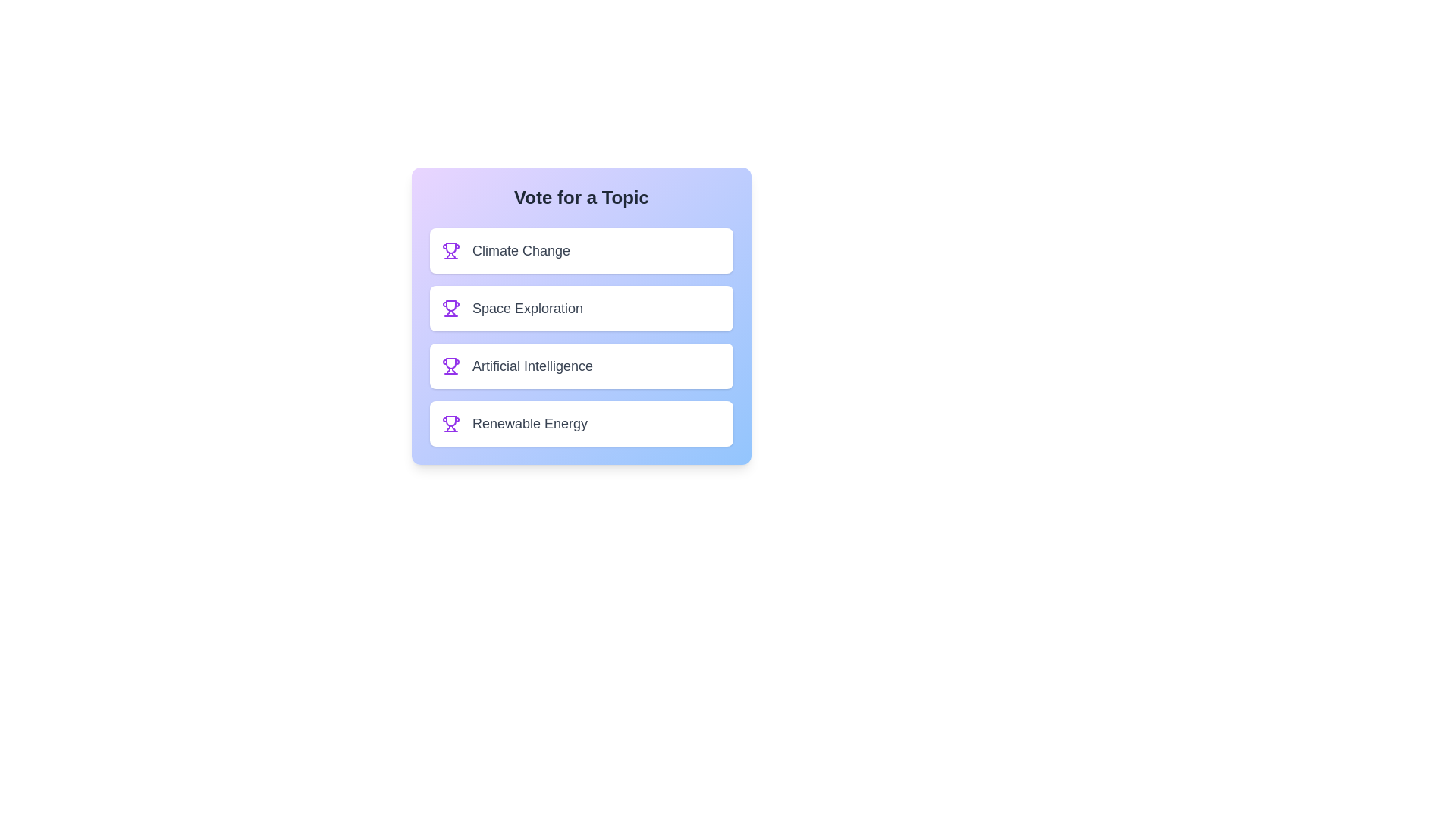 The width and height of the screenshot is (1456, 819). I want to click on an option from the centrally positioned list of topics for voting, which includes options like 'Climate Change', 'Space Exploration', 'Artificial Intelligence', and 'Renewable Energy', so click(581, 336).